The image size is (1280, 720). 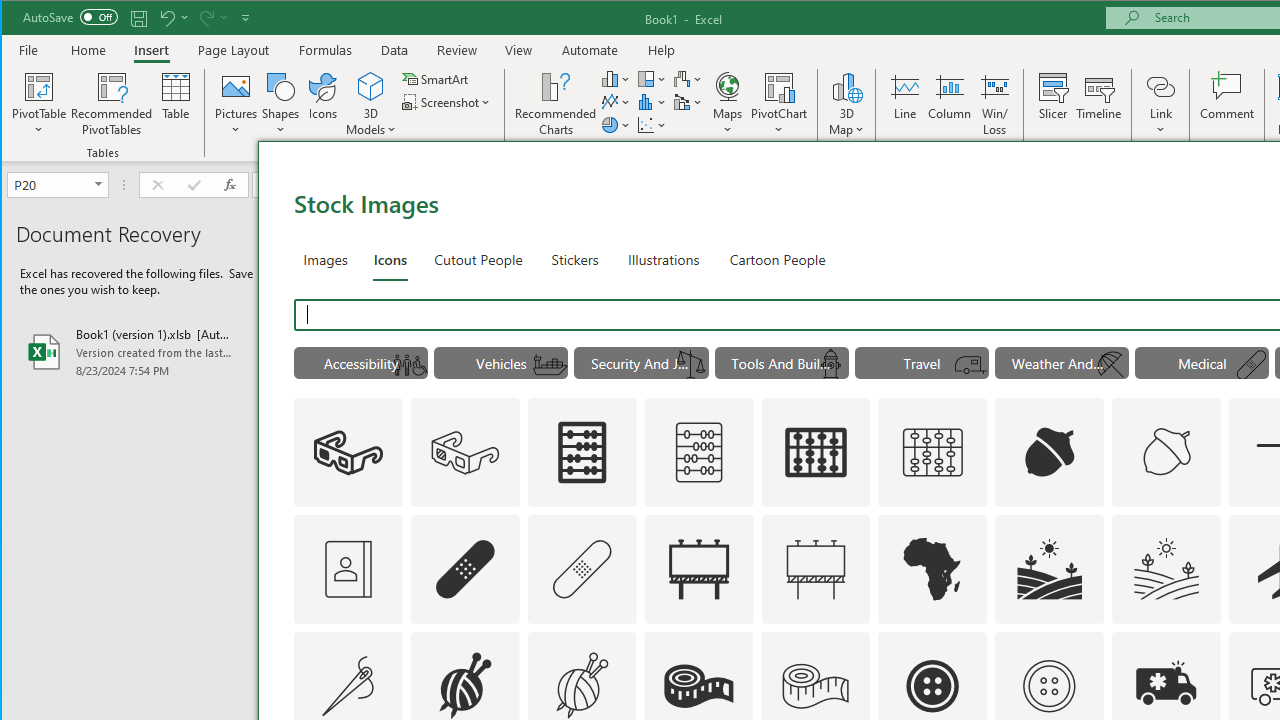 I want to click on 'Comment', so click(x=1226, y=104).